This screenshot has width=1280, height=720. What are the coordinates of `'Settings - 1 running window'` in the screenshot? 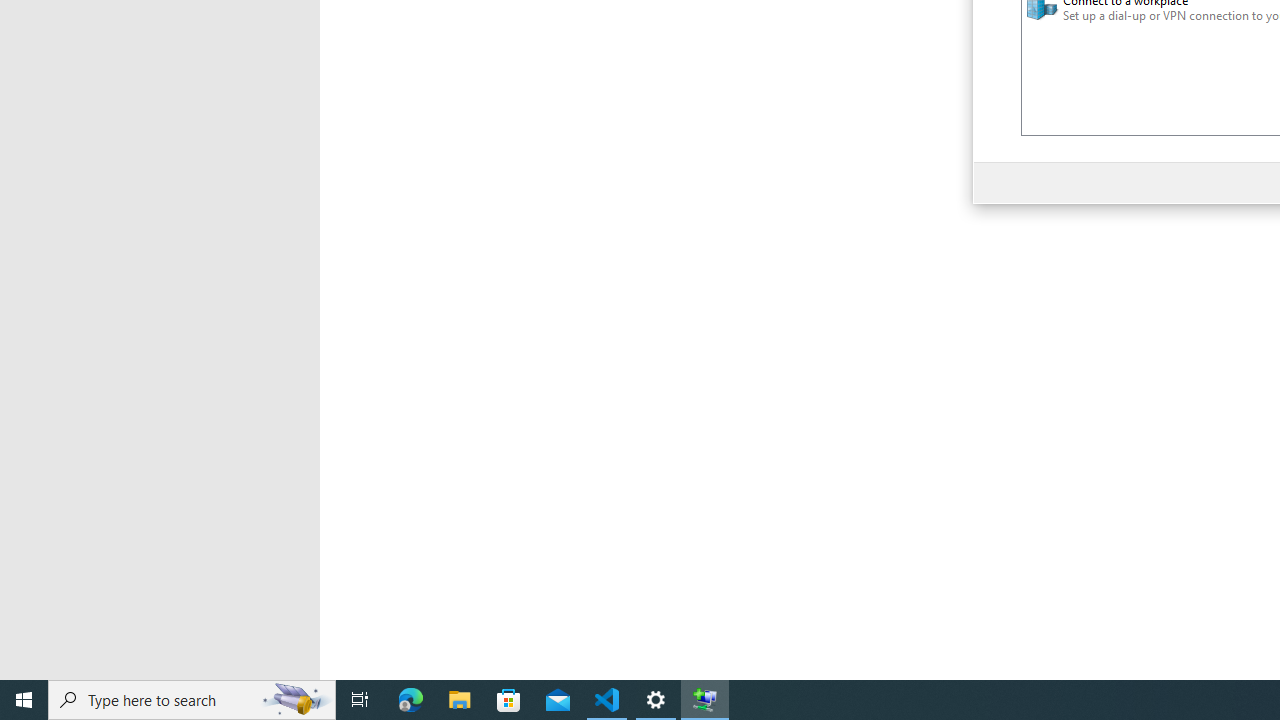 It's located at (656, 698).